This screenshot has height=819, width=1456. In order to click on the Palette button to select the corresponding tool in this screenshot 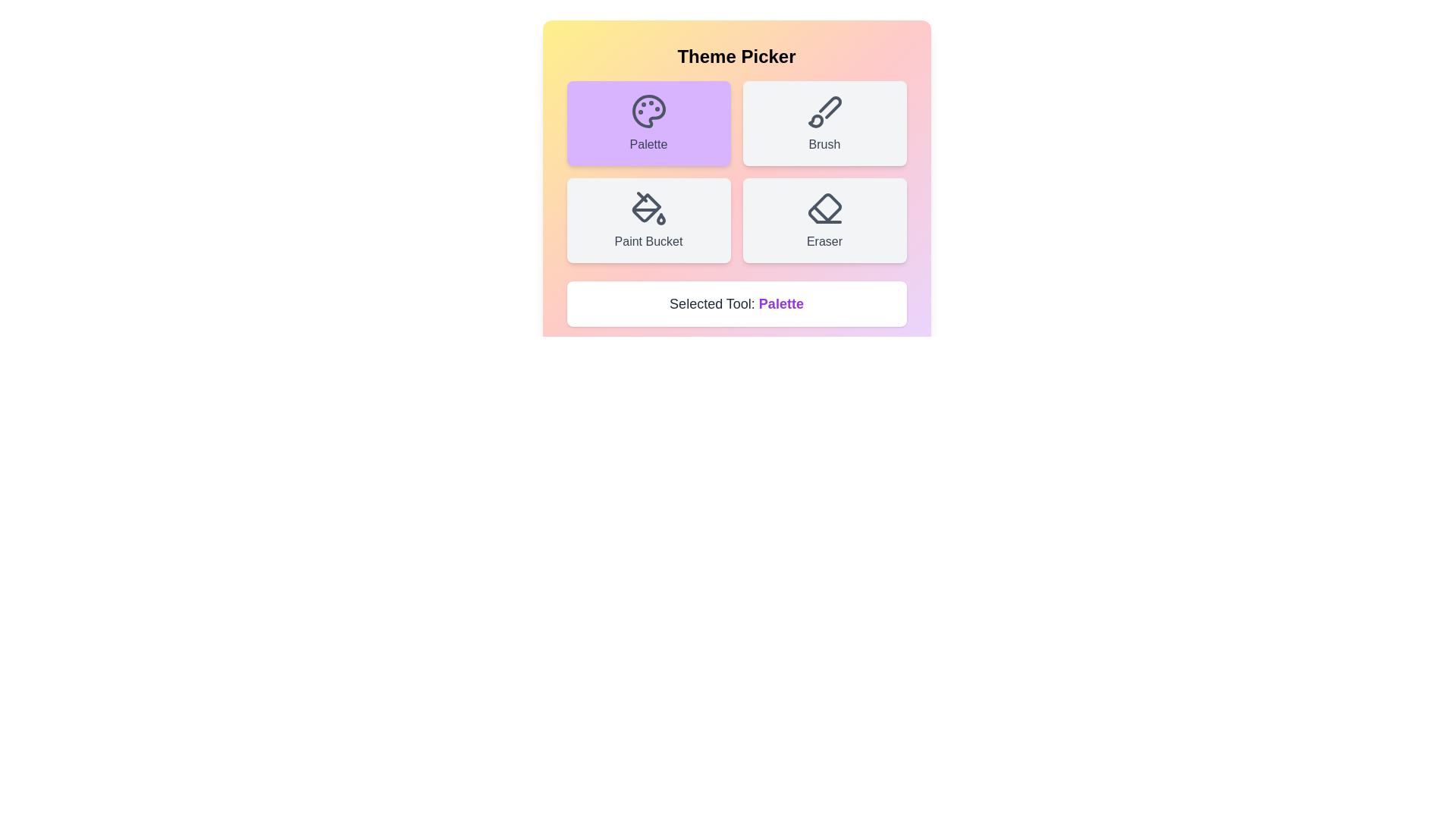, I will do `click(648, 122)`.